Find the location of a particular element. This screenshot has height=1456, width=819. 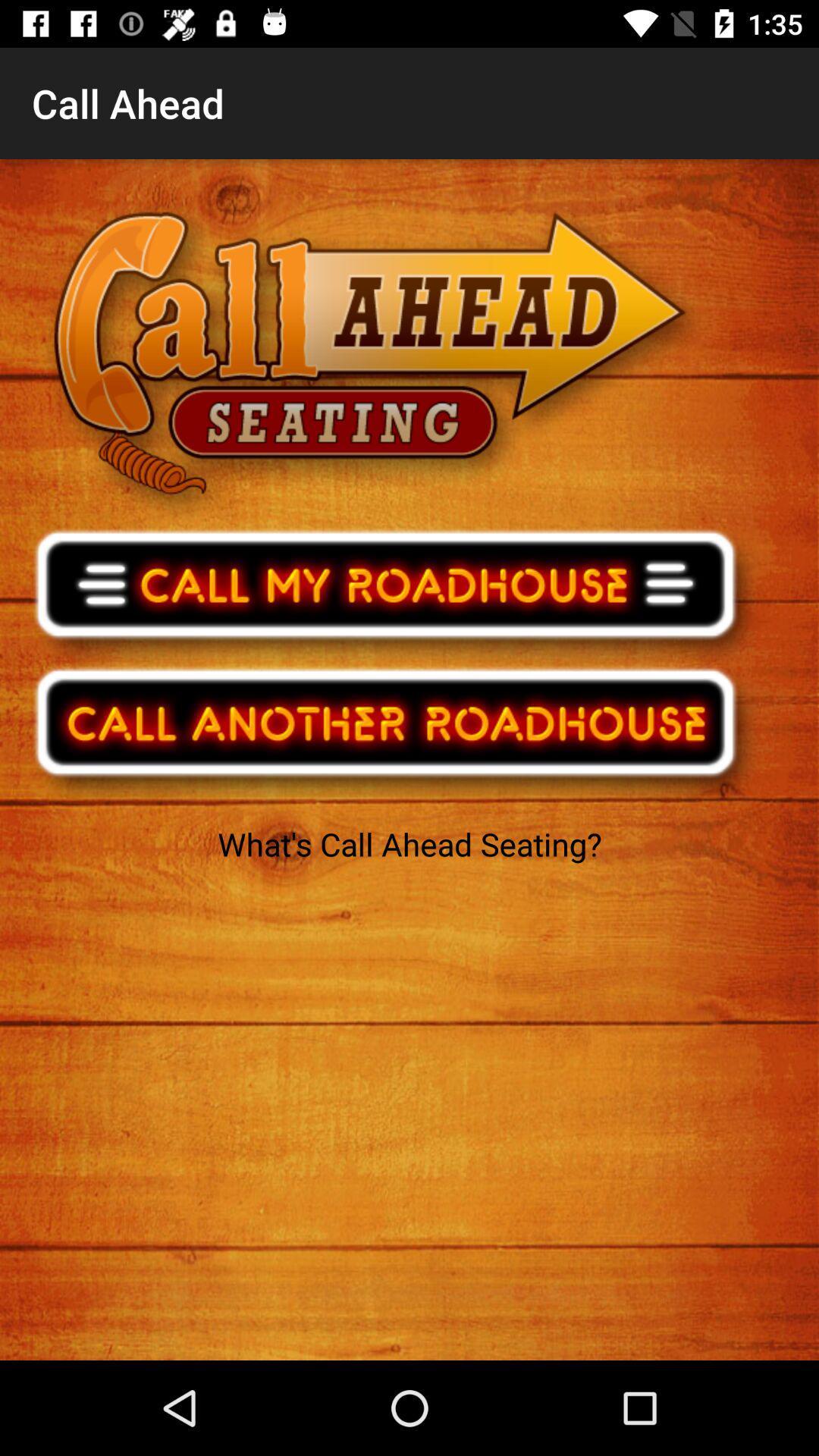

search bar is located at coordinates (395, 732).